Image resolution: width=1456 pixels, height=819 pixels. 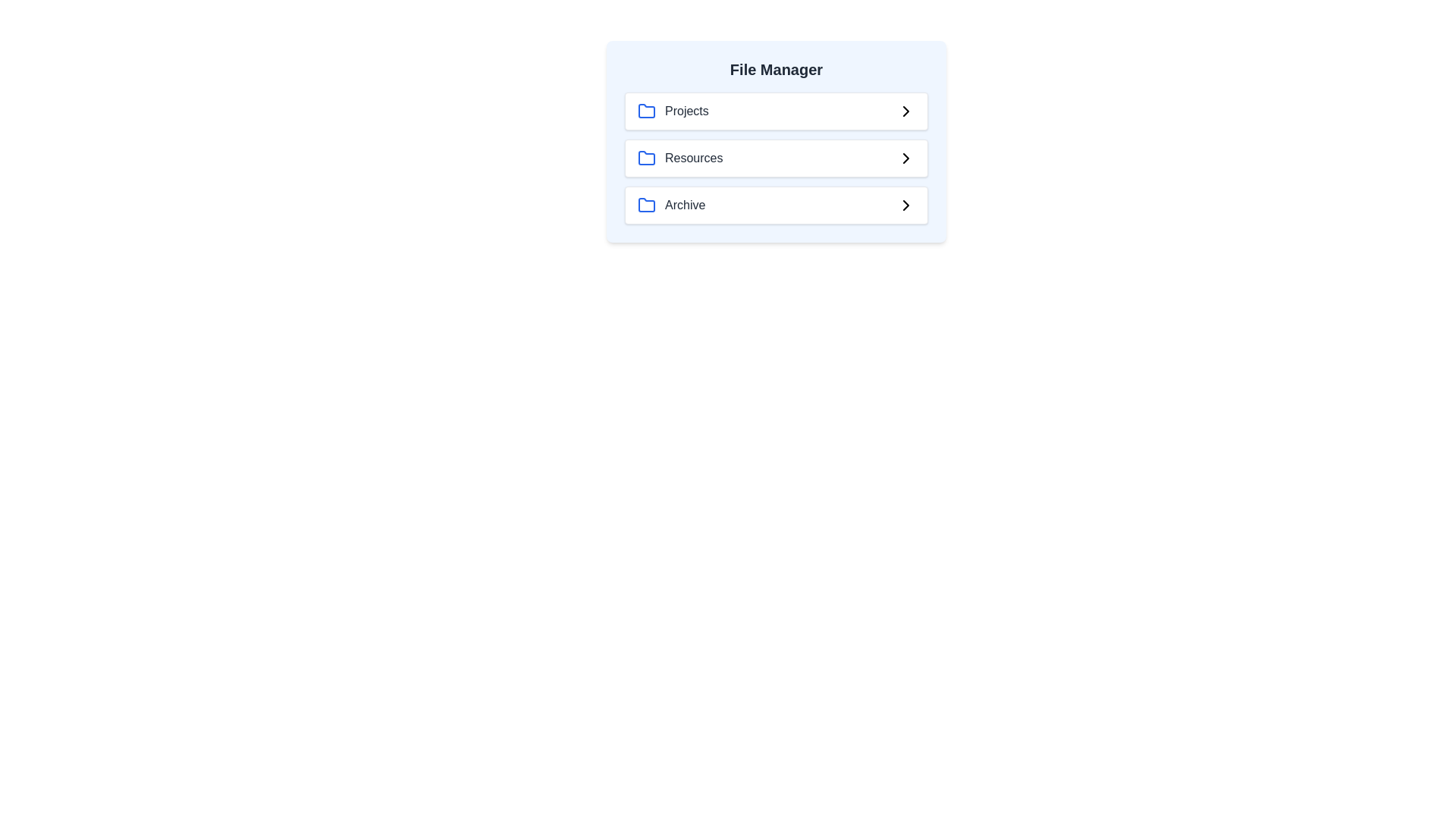 What do you see at coordinates (647, 205) in the screenshot?
I see `archive folder icon, which visually represents the grouping or storage of items, located to the left of the text label 'Archive'` at bounding box center [647, 205].